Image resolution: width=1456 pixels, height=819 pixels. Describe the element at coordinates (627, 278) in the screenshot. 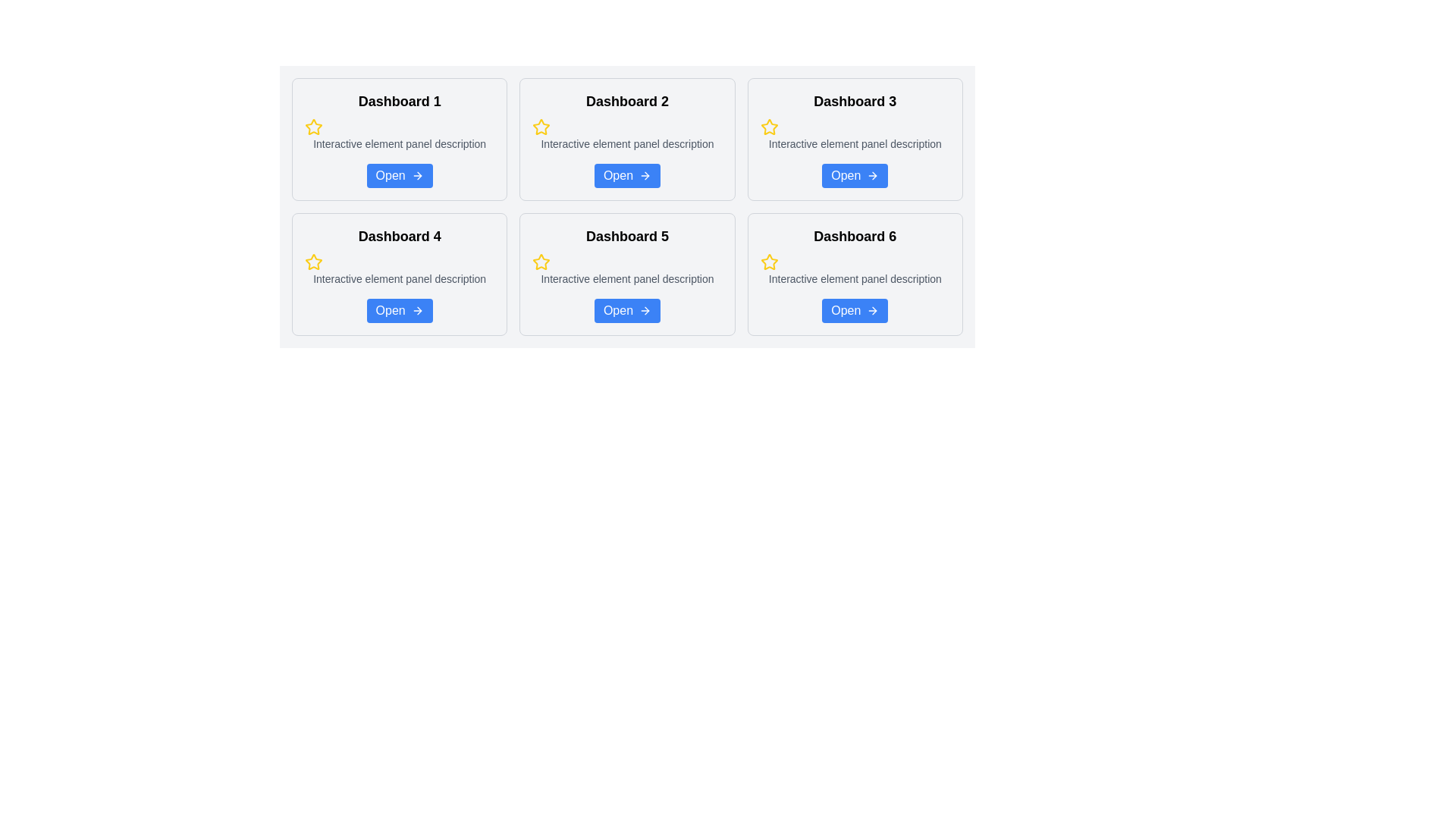

I see `the text label reading 'Interactive element panel description' located below the heading 'Dashboard 5' and above the blue button labeled 'Open'` at that location.